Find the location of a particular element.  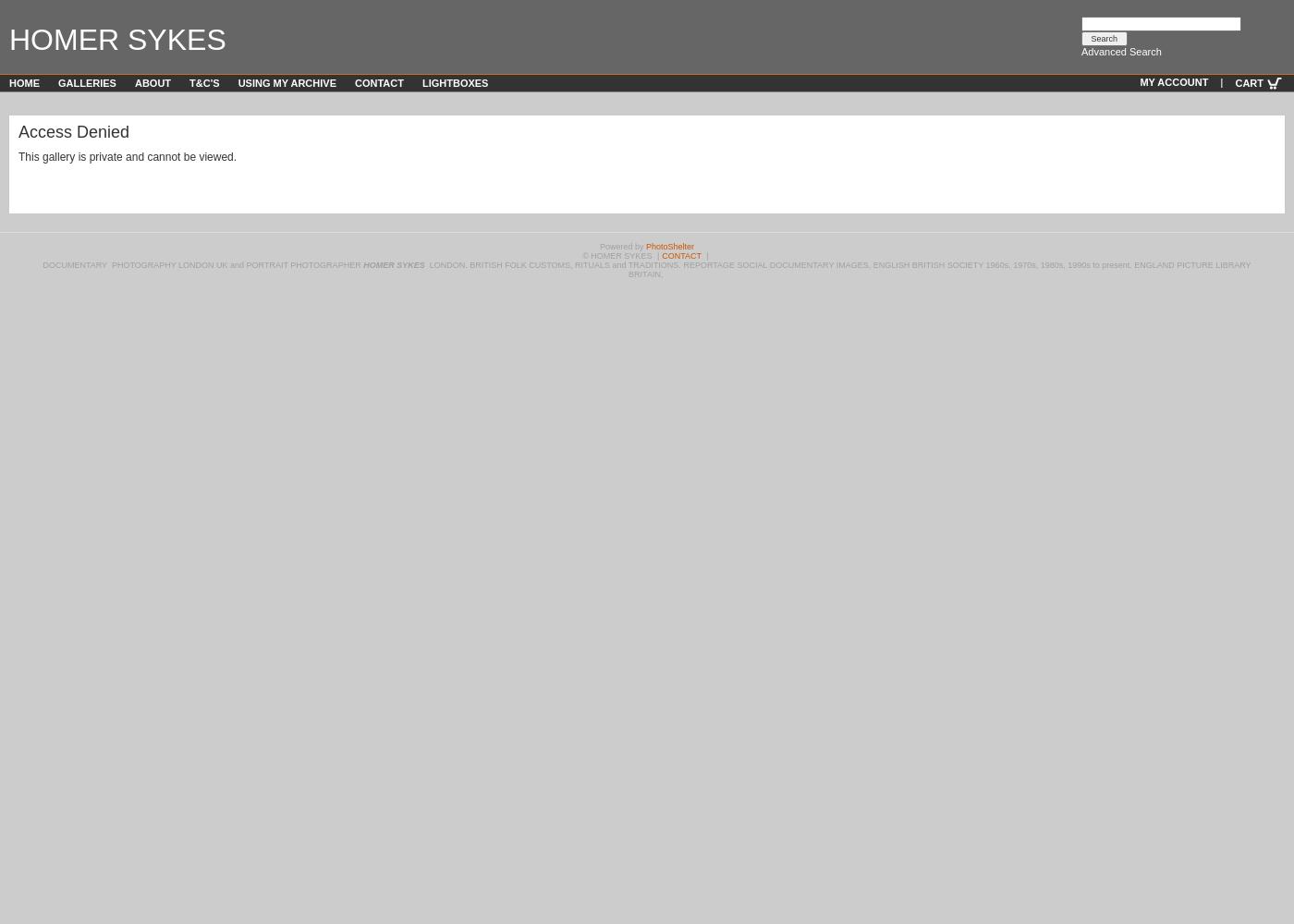

'DOCUMENTARY  PHOTOGRAPHY LONDON UK and PORTRAIT PHOTOGRAPHER' is located at coordinates (201, 265).